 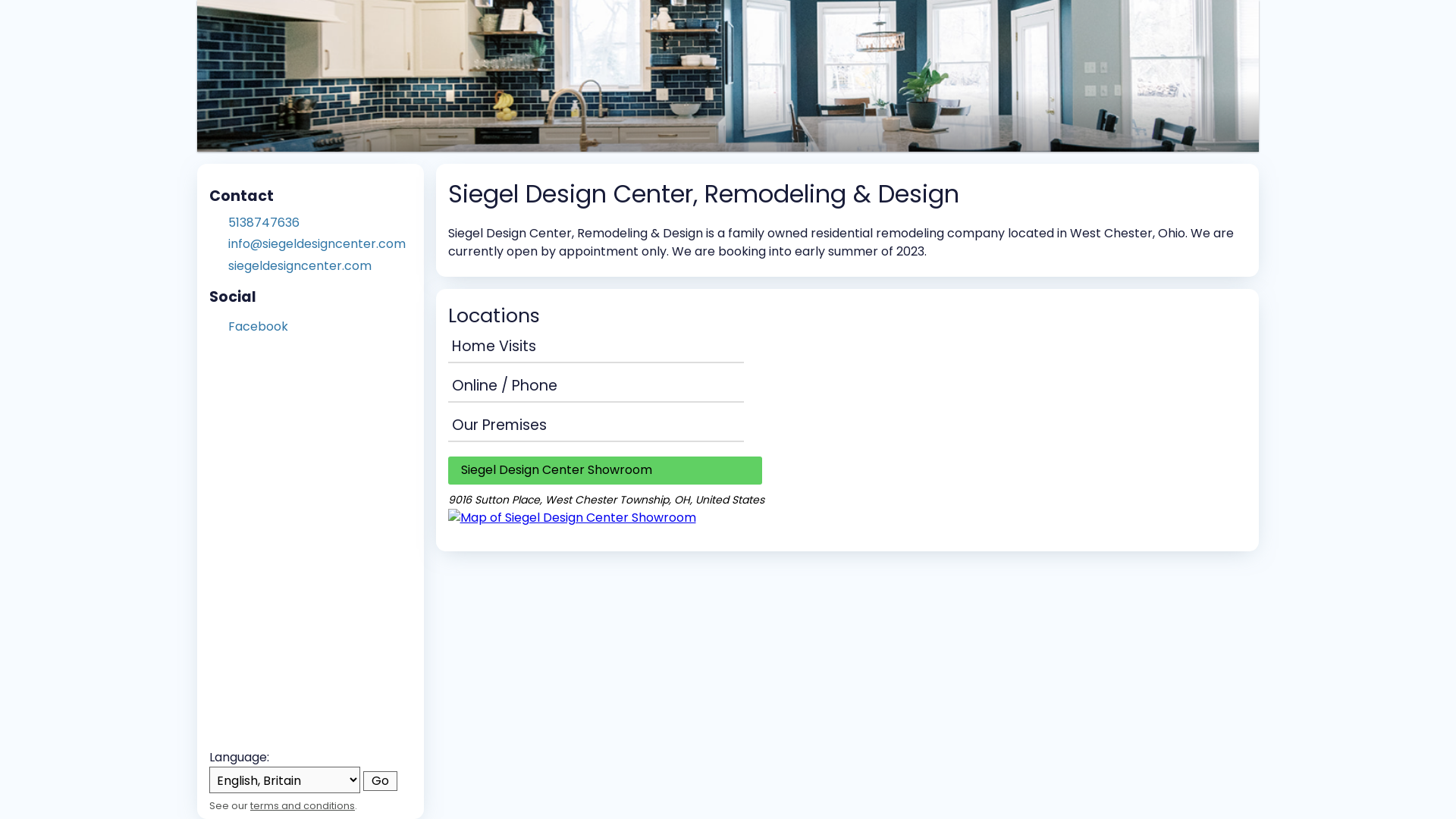 What do you see at coordinates (258, 325) in the screenshot?
I see `'Facebook'` at bounding box center [258, 325].